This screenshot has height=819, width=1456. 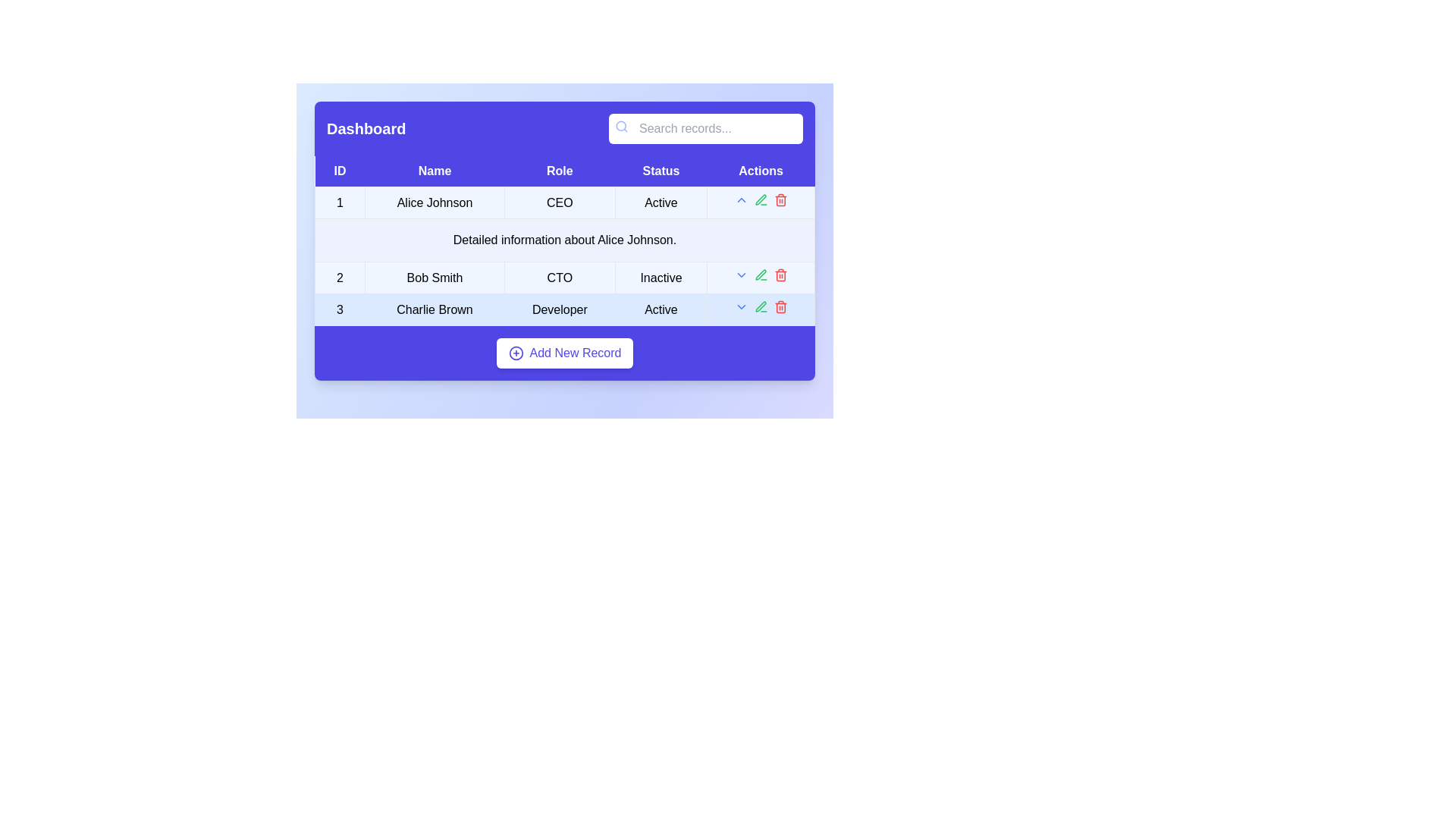 I want to click on the static text element displaying 'CEO' in bold, black font, located in the first row under the 'Role' column of the data table, so click(x=559, y=202).